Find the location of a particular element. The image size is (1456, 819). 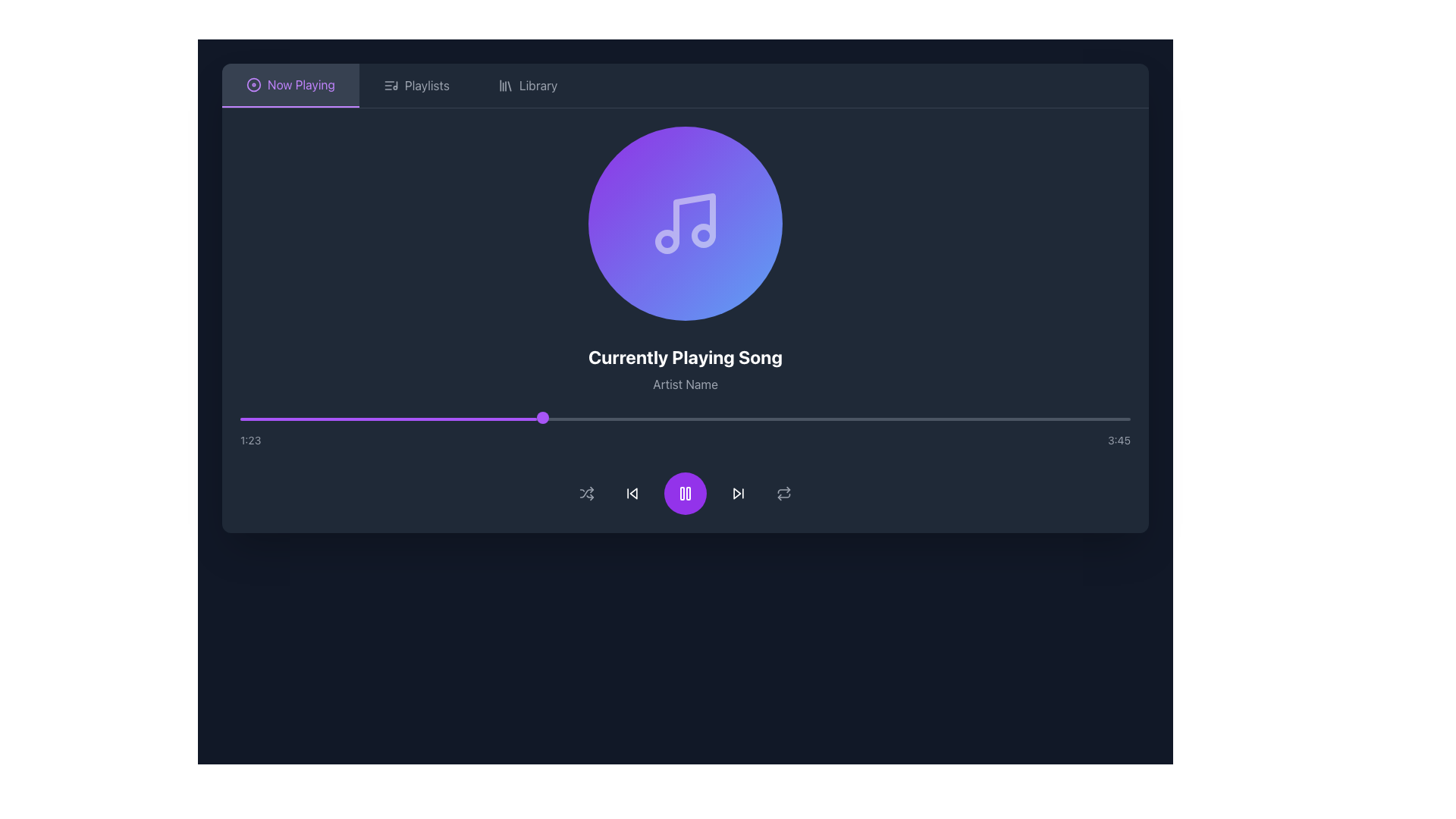

the 'Playlists' text label in the navigation header is located at coordinates (426, 85).